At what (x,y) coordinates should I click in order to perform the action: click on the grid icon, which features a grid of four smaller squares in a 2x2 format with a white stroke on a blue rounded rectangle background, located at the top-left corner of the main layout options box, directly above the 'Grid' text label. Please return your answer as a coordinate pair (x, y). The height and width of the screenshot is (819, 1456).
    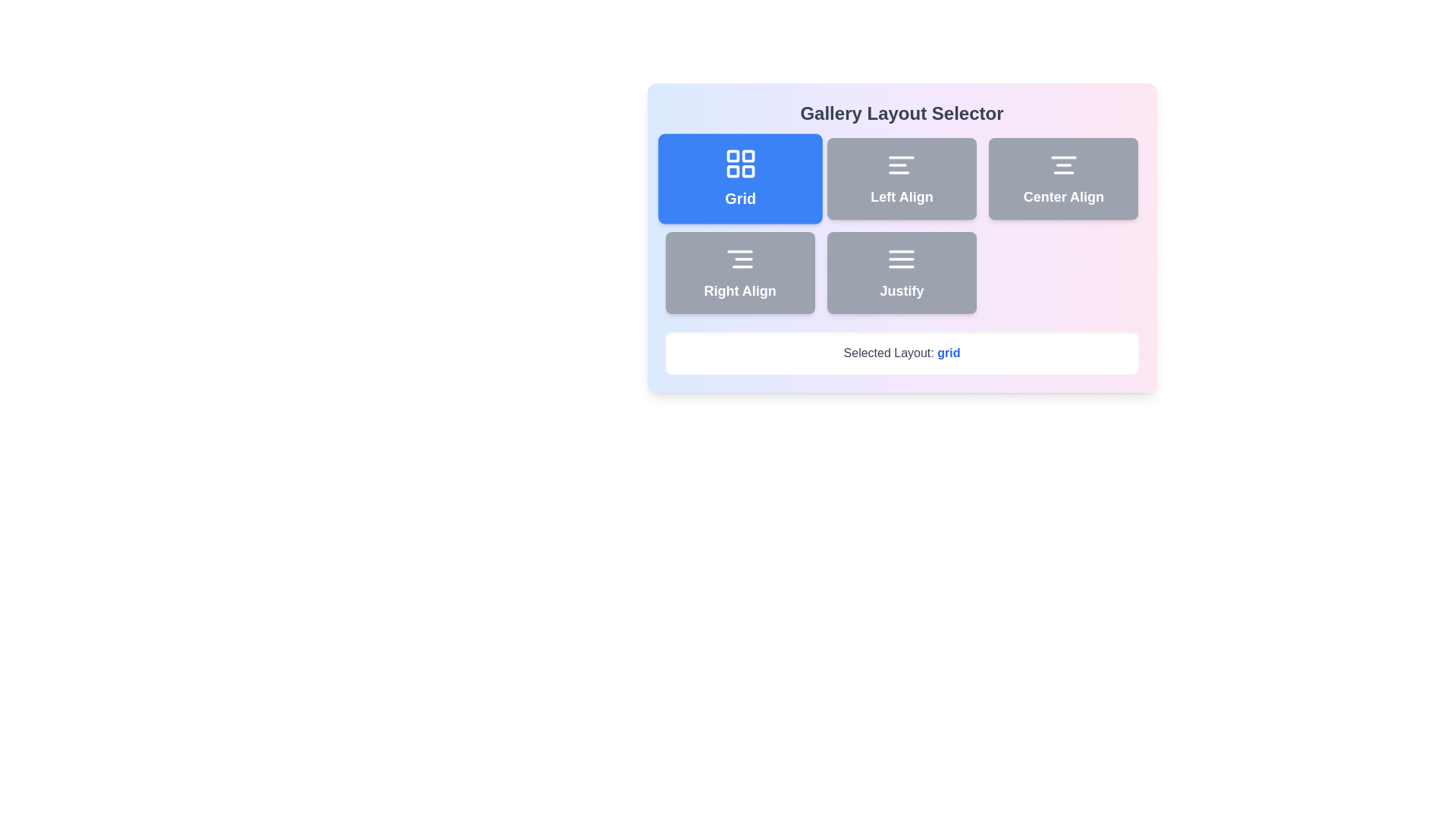
    Looking at the image, I should click on (740, 164).